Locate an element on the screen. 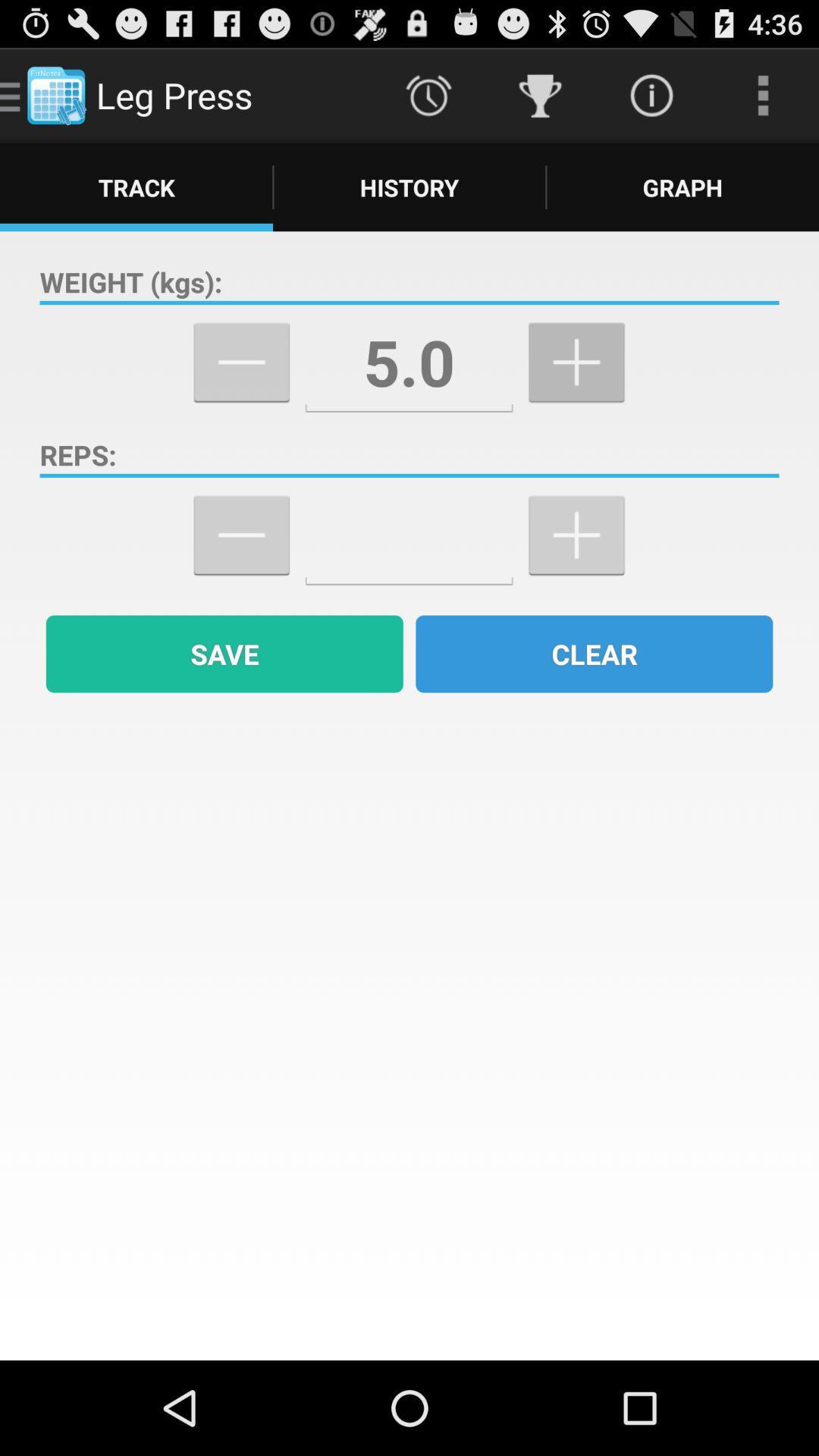  the add icon is located at coordinates (576, 388).